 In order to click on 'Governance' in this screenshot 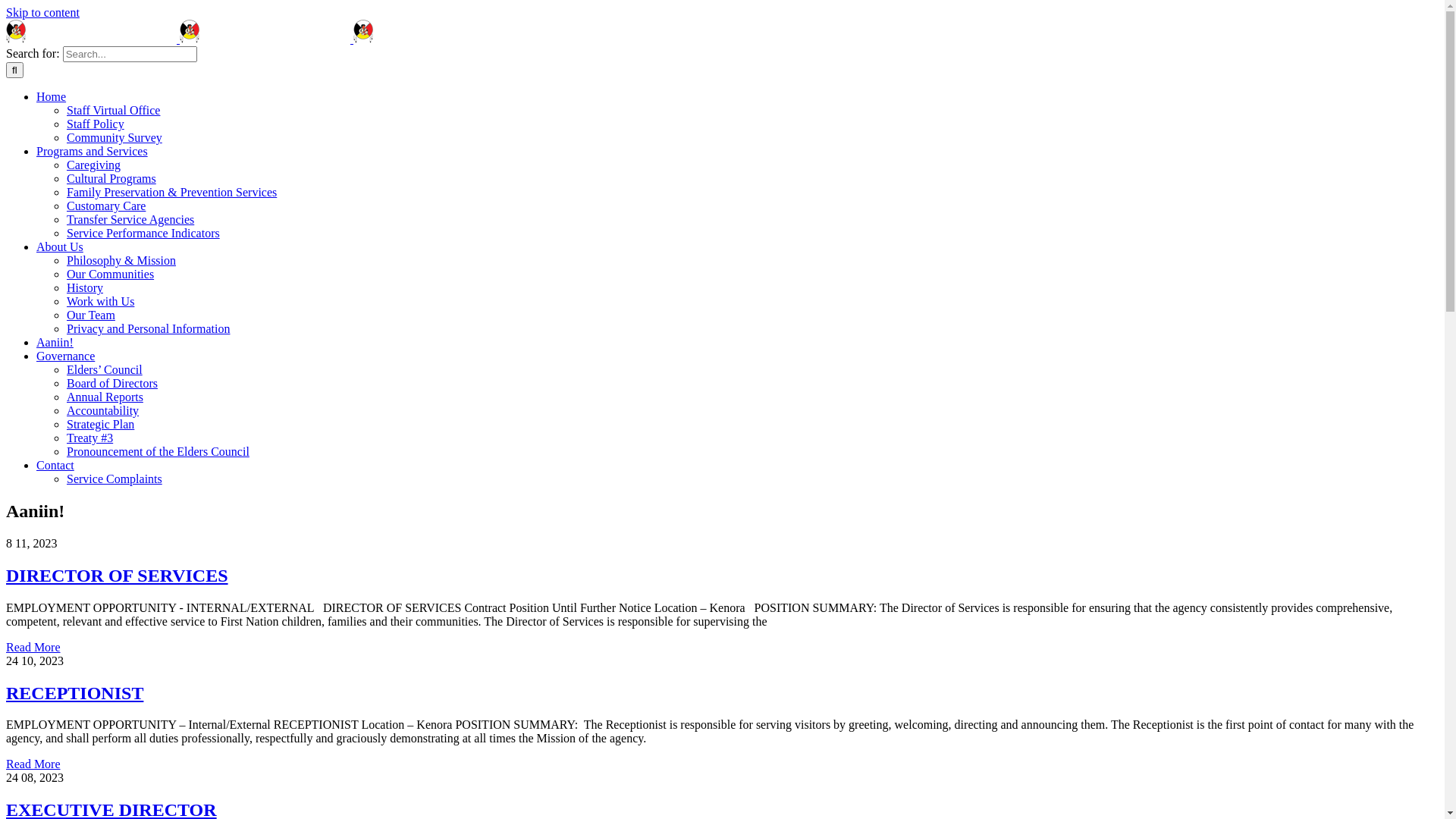, I will do `click(64, 356)`.